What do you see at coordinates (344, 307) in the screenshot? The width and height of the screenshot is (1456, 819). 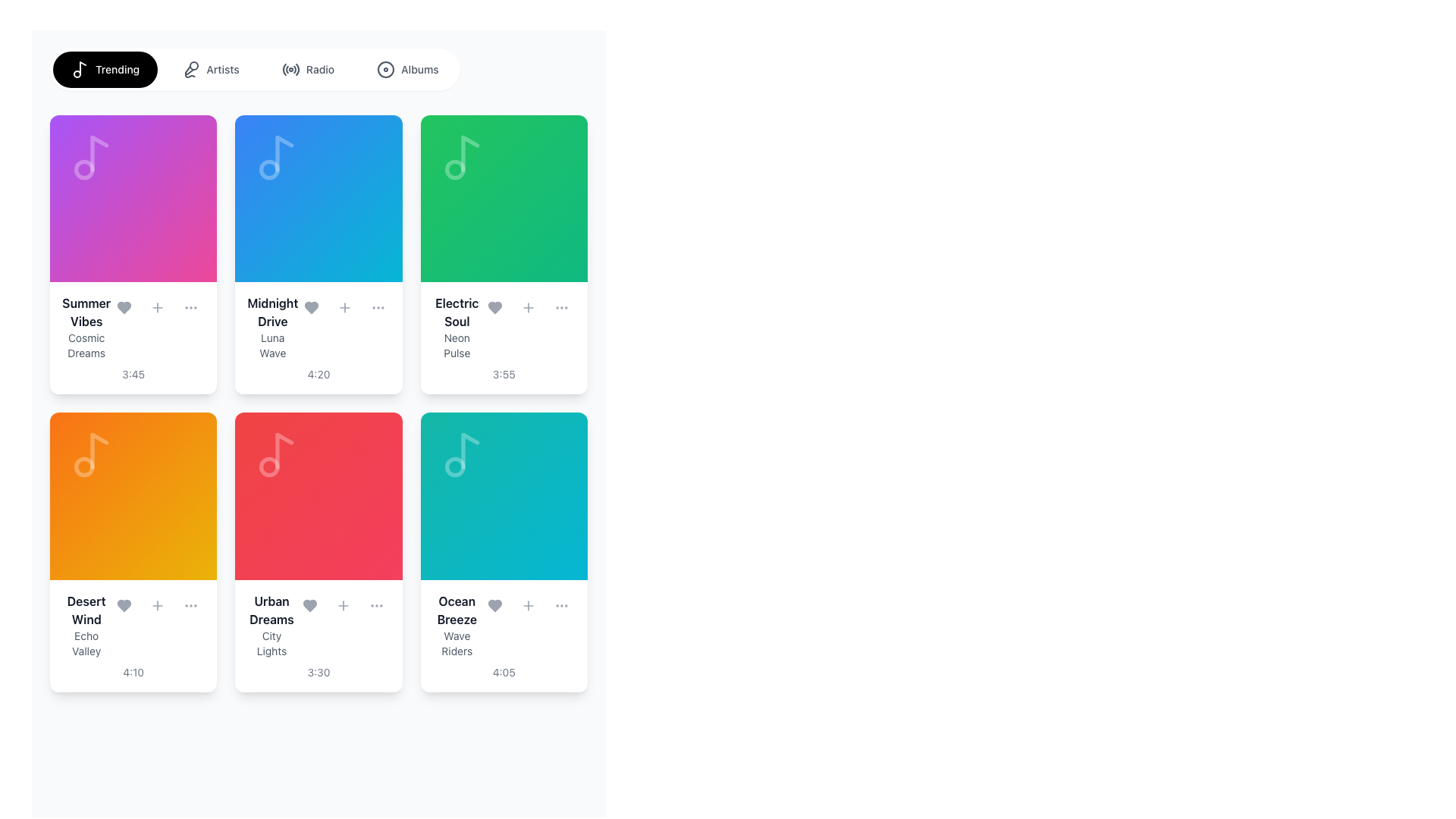 I see `the button` at bounding box center [344, 307].